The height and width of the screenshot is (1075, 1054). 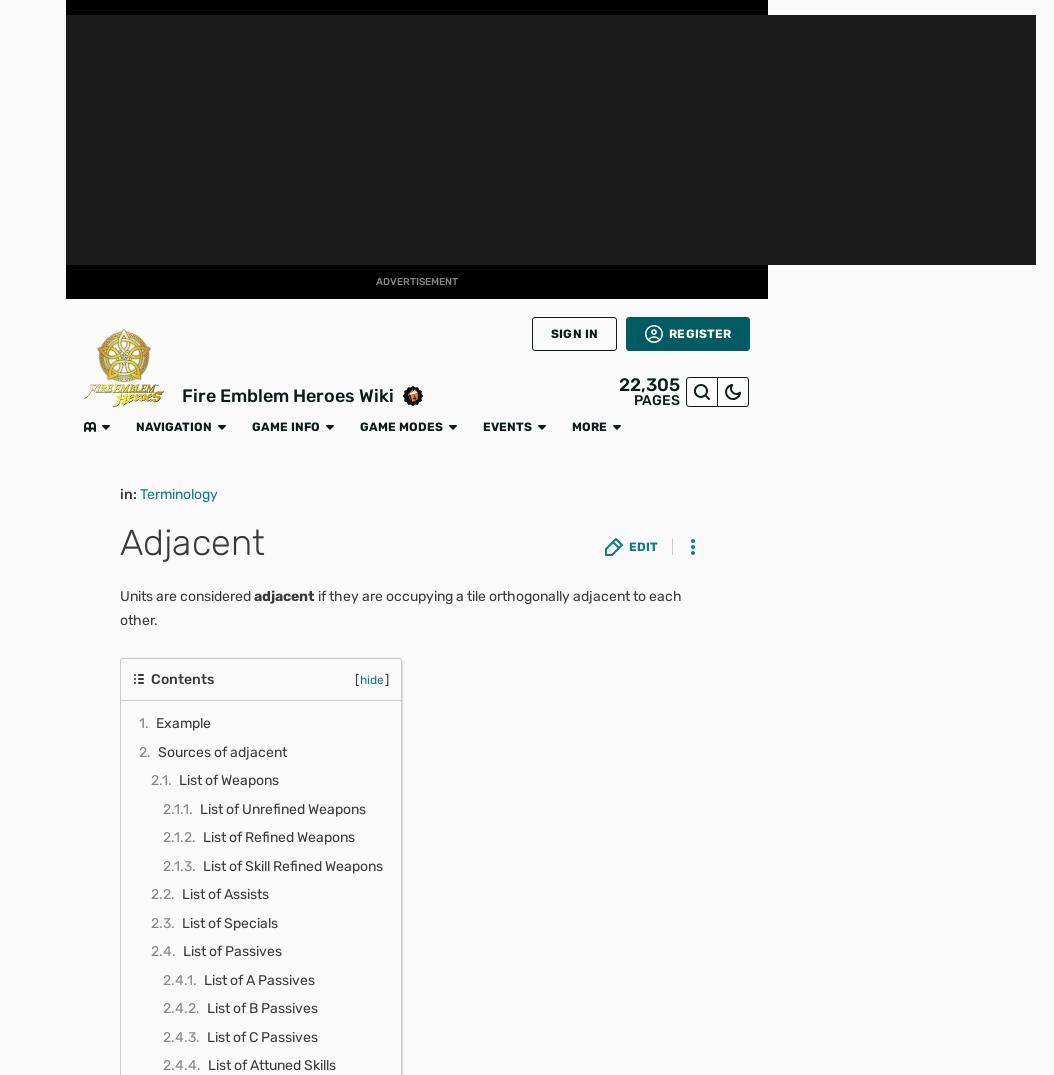 What do you see at coordinates (471, 489) in the screenshot?
I see `'For each foe within 4 spaces of unit, unit can move to any of the nearest spaces adjacent to that foe (unless space is impassible terrain). Inflicts Atk/Spd/Def/Res-5 on foes within 2 spaces of unit during combat. If unit's Spd > foe's Spd, neutralizes effects that guarantee foe's follow-up attacks and effects that prevent unit's follow-up attacks during combat.'` at bounding box center [471, 489].